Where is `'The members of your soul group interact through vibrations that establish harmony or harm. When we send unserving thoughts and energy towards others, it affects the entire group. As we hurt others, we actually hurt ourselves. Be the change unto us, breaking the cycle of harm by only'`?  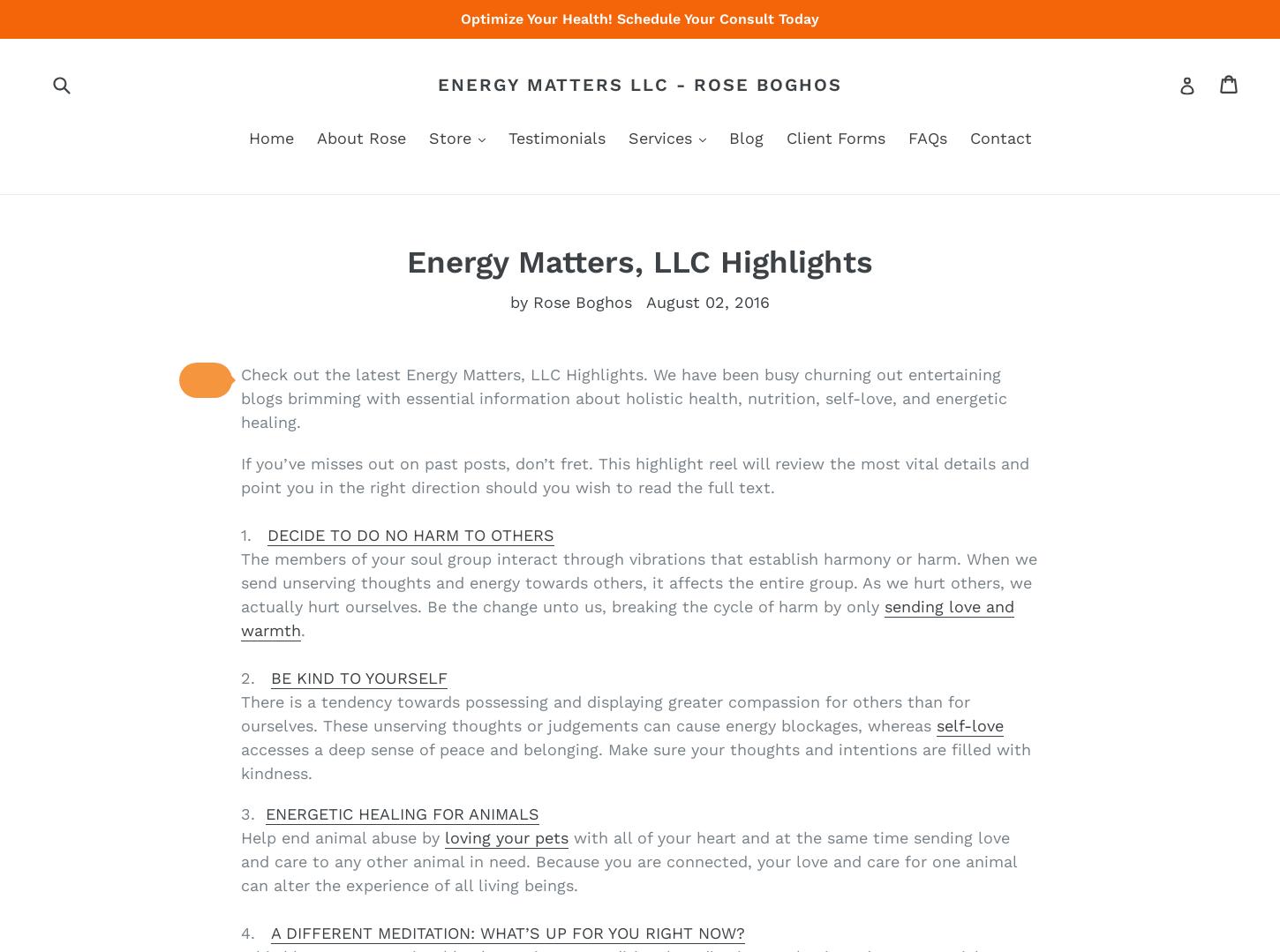
'The members of your soul group interact through vibrations that establish harmony or harm. When we send unserving thoughts and energy towards others, it affects the entire group. As we hurt others, we actually hurt ourselves. Be the change unto us, breaking the cycle of harm by only' is located at coordinates (637, 581).